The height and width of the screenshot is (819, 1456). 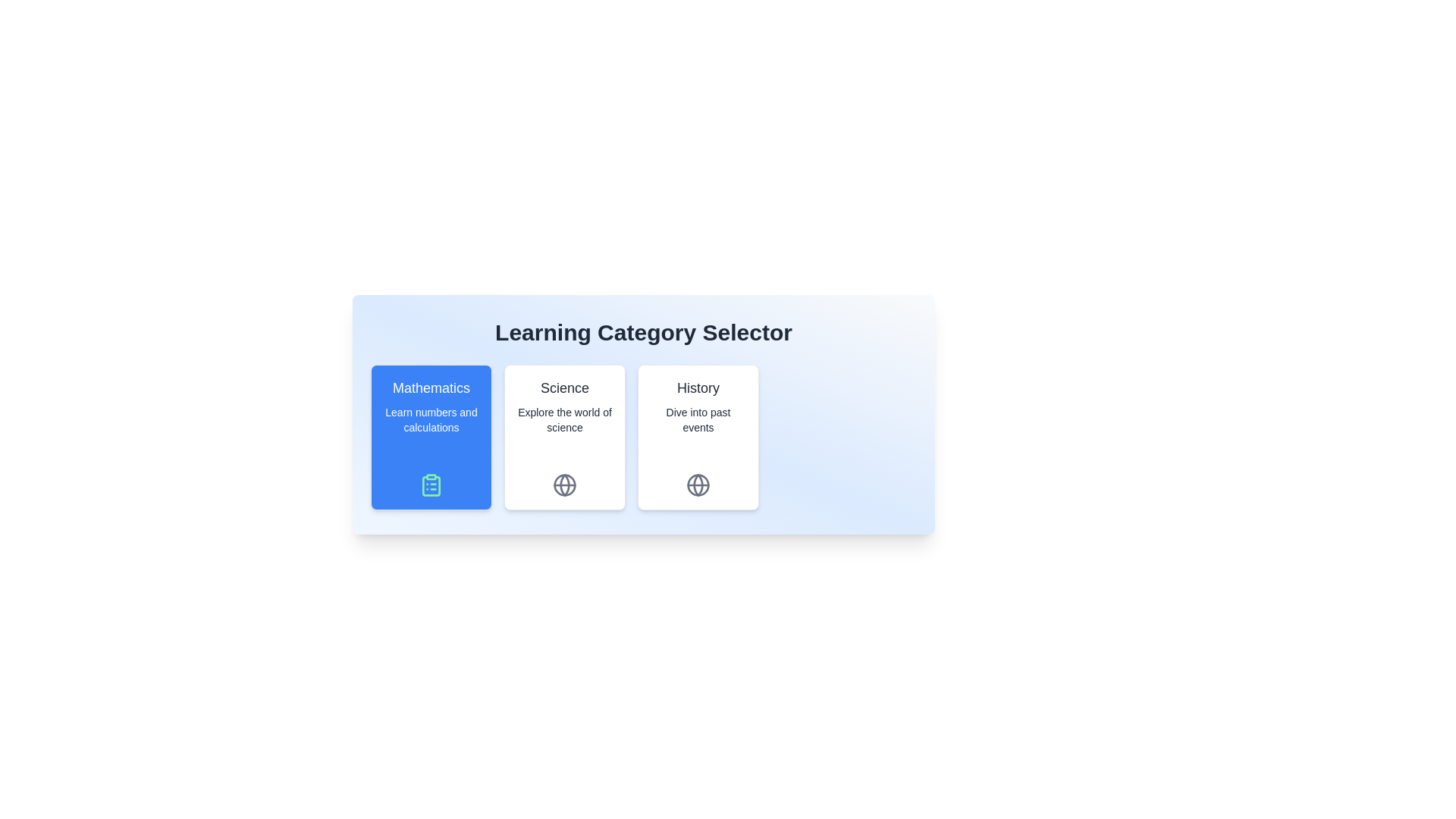 I want to click on the chip corresponding to the category Mathematics, so click(x=431, y=438).